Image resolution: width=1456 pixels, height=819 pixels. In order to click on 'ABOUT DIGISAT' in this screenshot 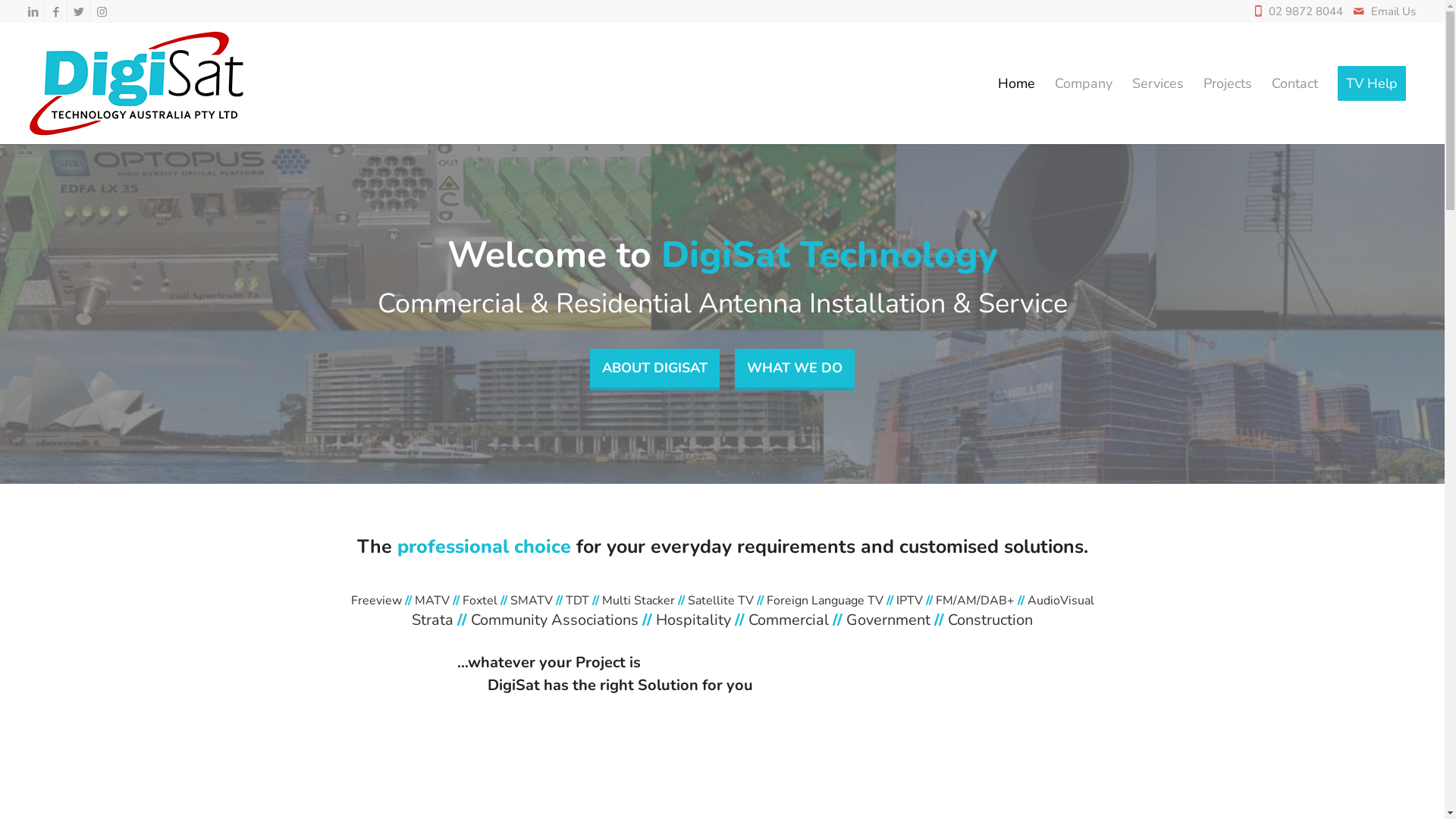, I will do `click(654, 370)`.